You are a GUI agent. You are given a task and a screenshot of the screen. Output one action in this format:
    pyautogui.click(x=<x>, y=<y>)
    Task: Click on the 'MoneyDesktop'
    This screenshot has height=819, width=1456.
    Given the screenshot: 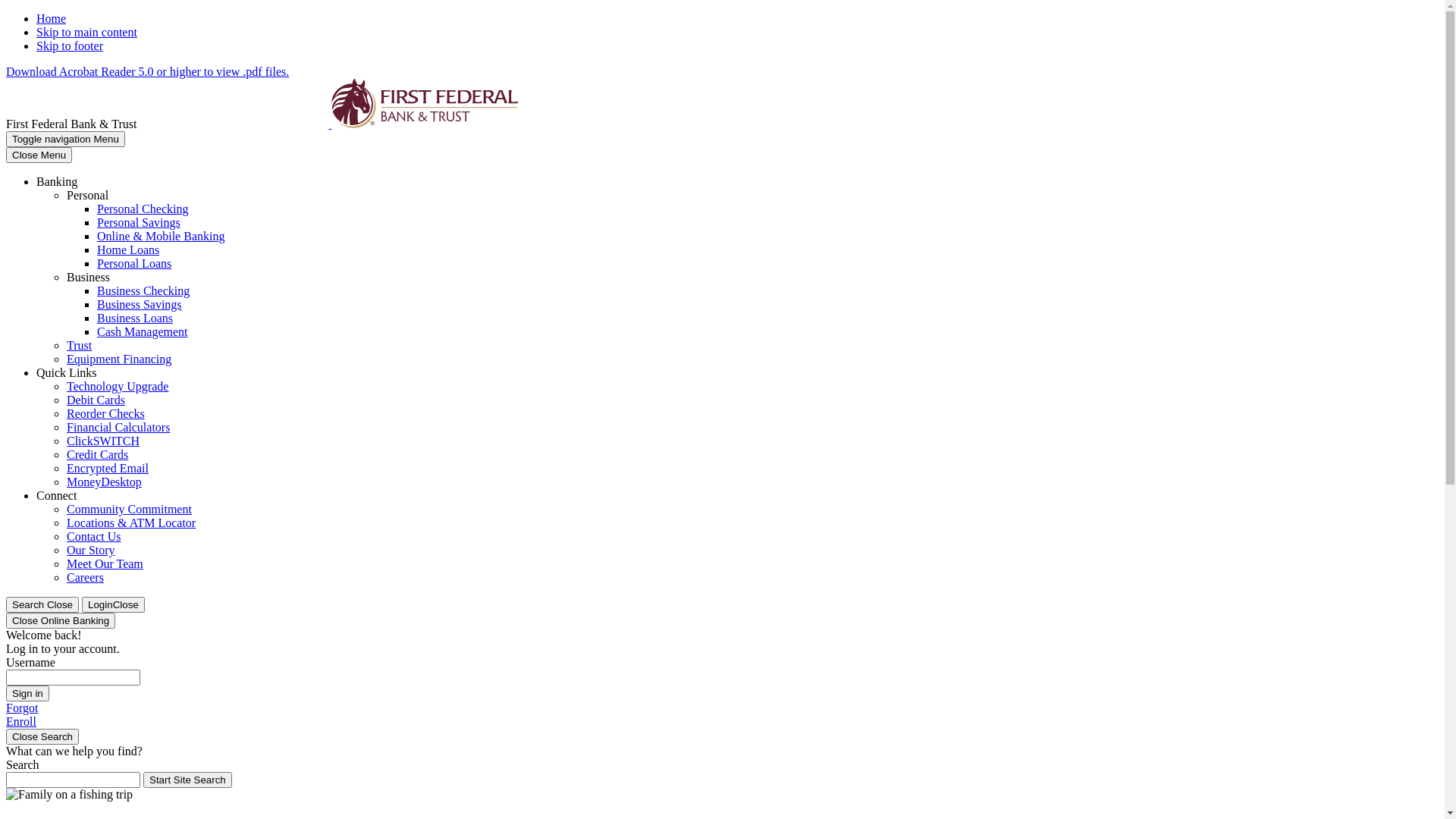 What is the action you would take?
    pyautogui.click(x=103, y=482)
    